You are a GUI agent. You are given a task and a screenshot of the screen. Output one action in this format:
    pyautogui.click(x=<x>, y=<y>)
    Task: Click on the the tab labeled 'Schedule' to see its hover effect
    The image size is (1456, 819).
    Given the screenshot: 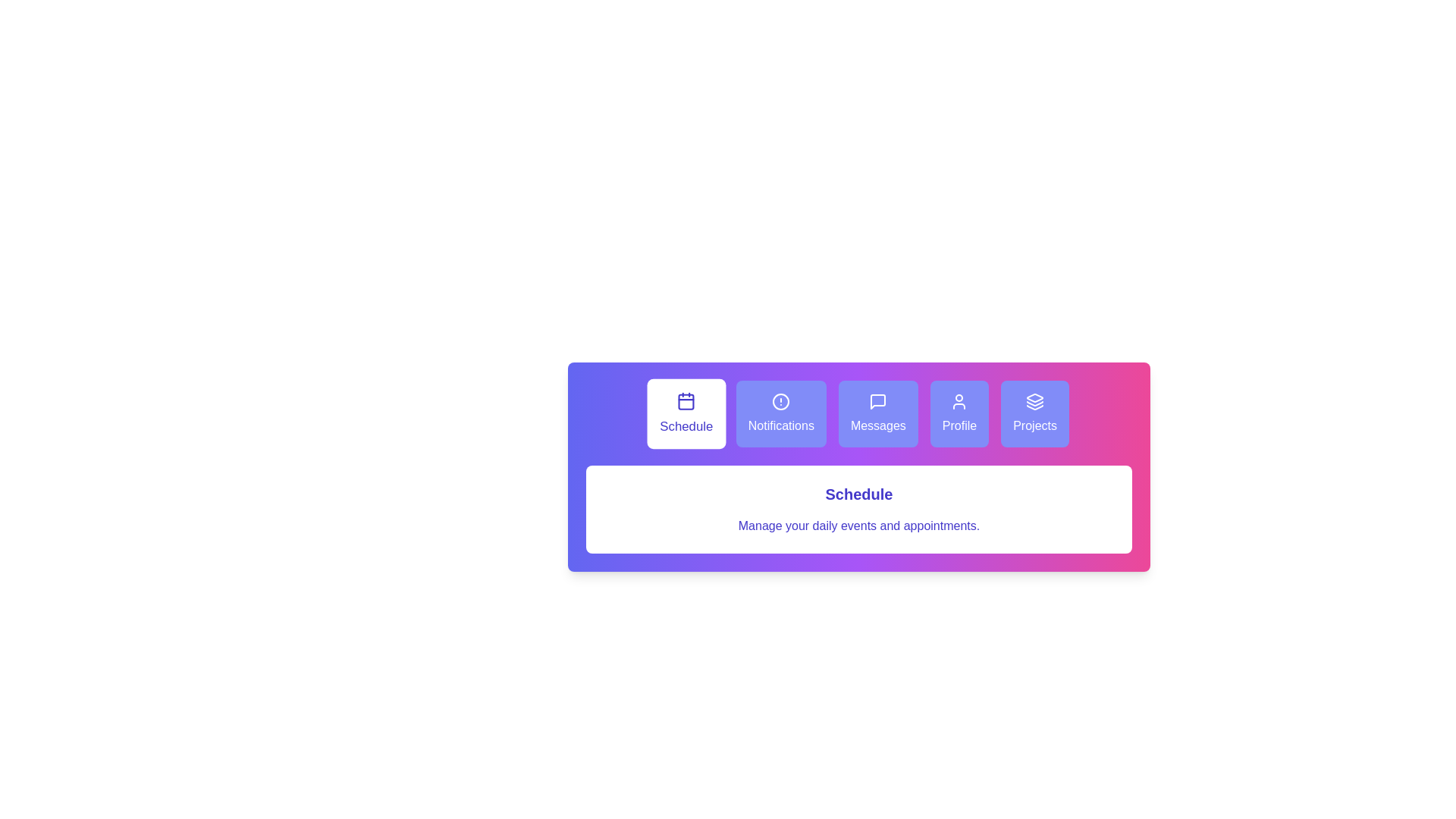 What is the action you would take?
    pyautogui.click(x=686, y=414)
    